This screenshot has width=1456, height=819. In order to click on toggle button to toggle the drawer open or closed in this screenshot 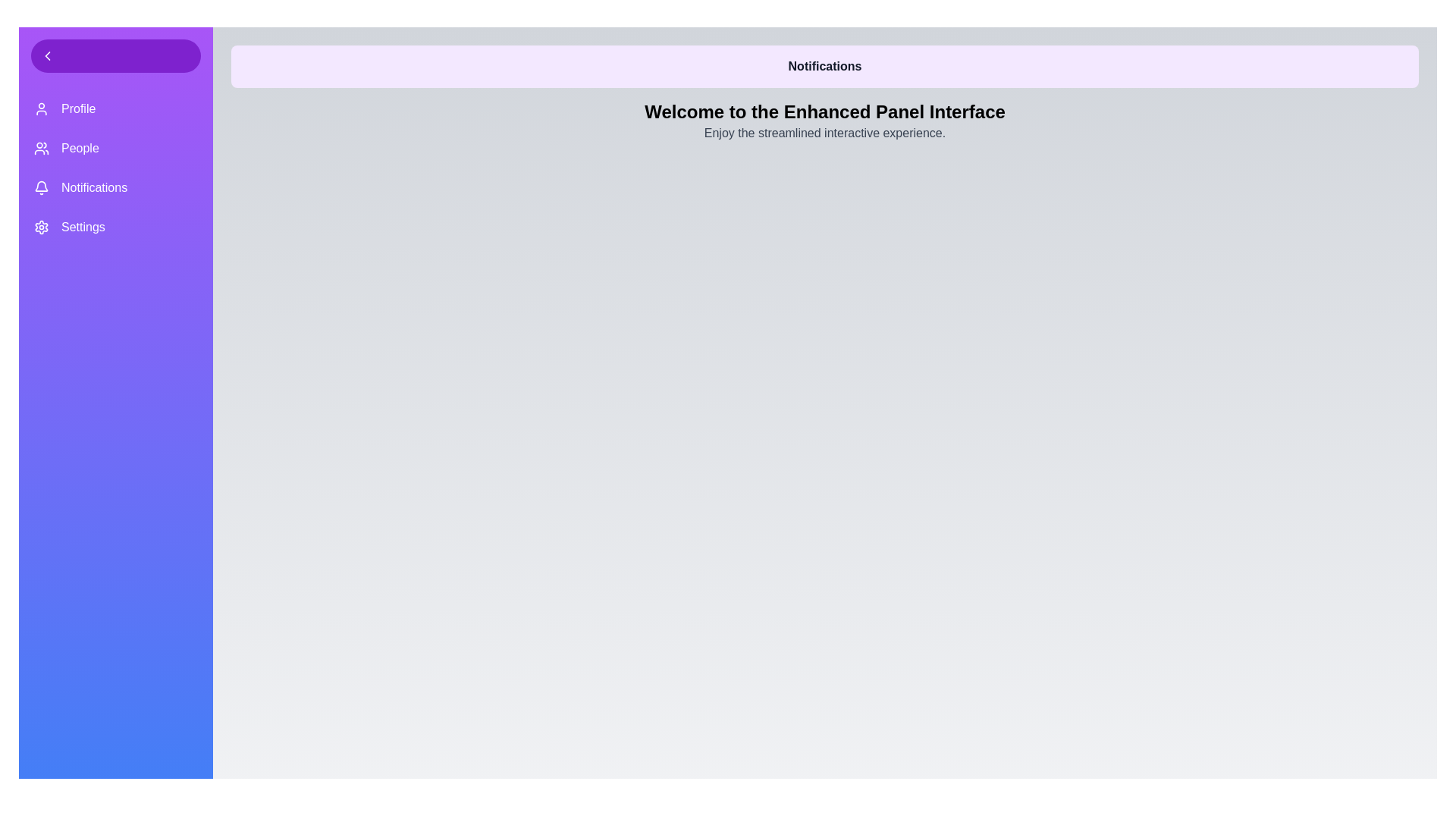, I will do `click(115, 55)`.